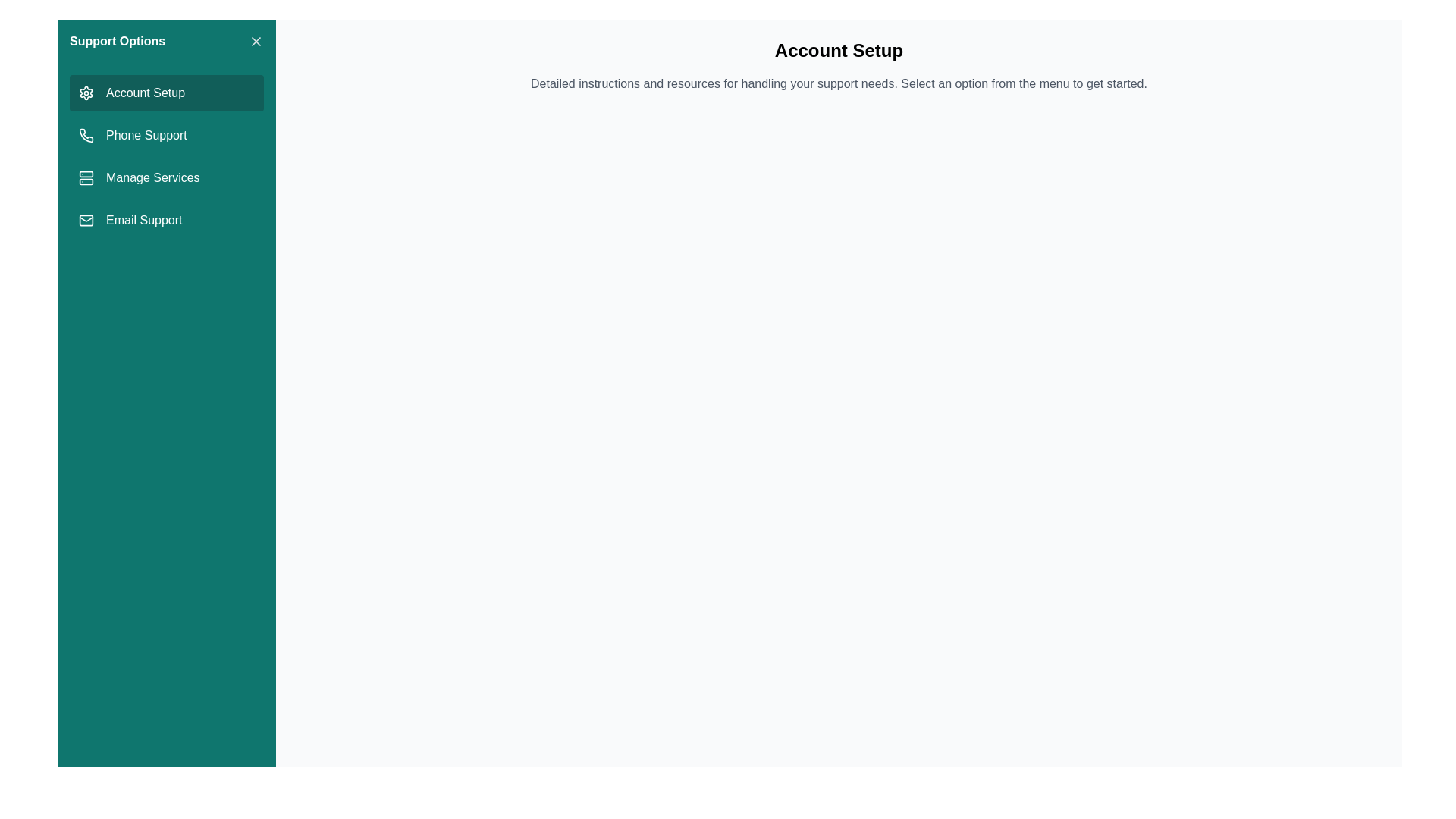 The image size is (1456, 819). I want to click on the 'Phone Support' button, which is the second menu item on the left with a teal background and a phone icon, so click(167, 134).